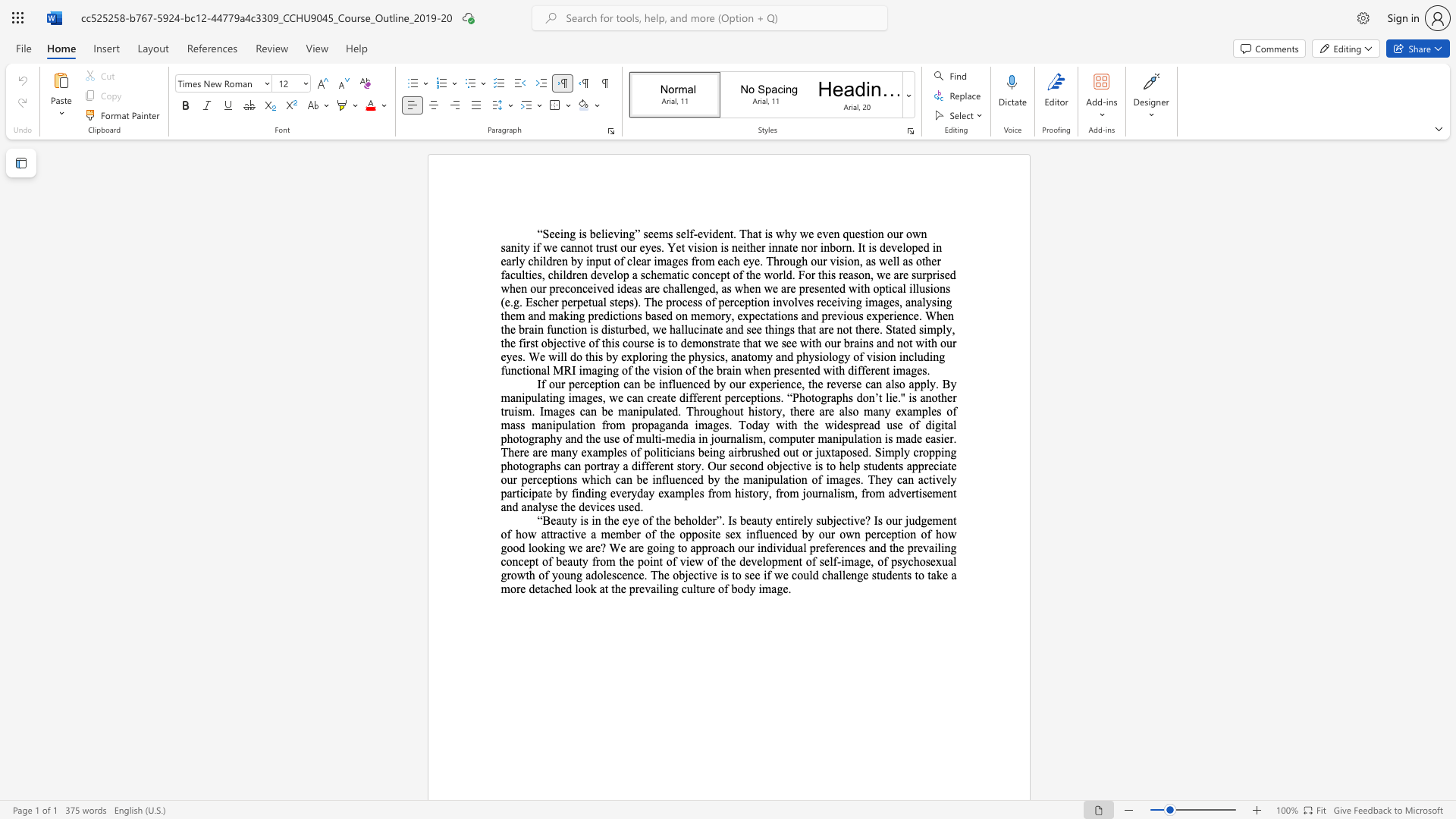 The height and width of the screenshot is (819, 1456). What do you see at coordinates (664, 493) in the screenshot?
I see `the subset text "xamples from history, from journalism, from advertisem" within the text "osed. Simply cropping photographs can portray a different story. Our second objective is to help students appreciate our perceptions which can be influenced by the manipulation of images. They can actively participate by finding everyday examples from history, from journalism, from advertisement and analyse the devices used."` at bounding box center [664, 493].